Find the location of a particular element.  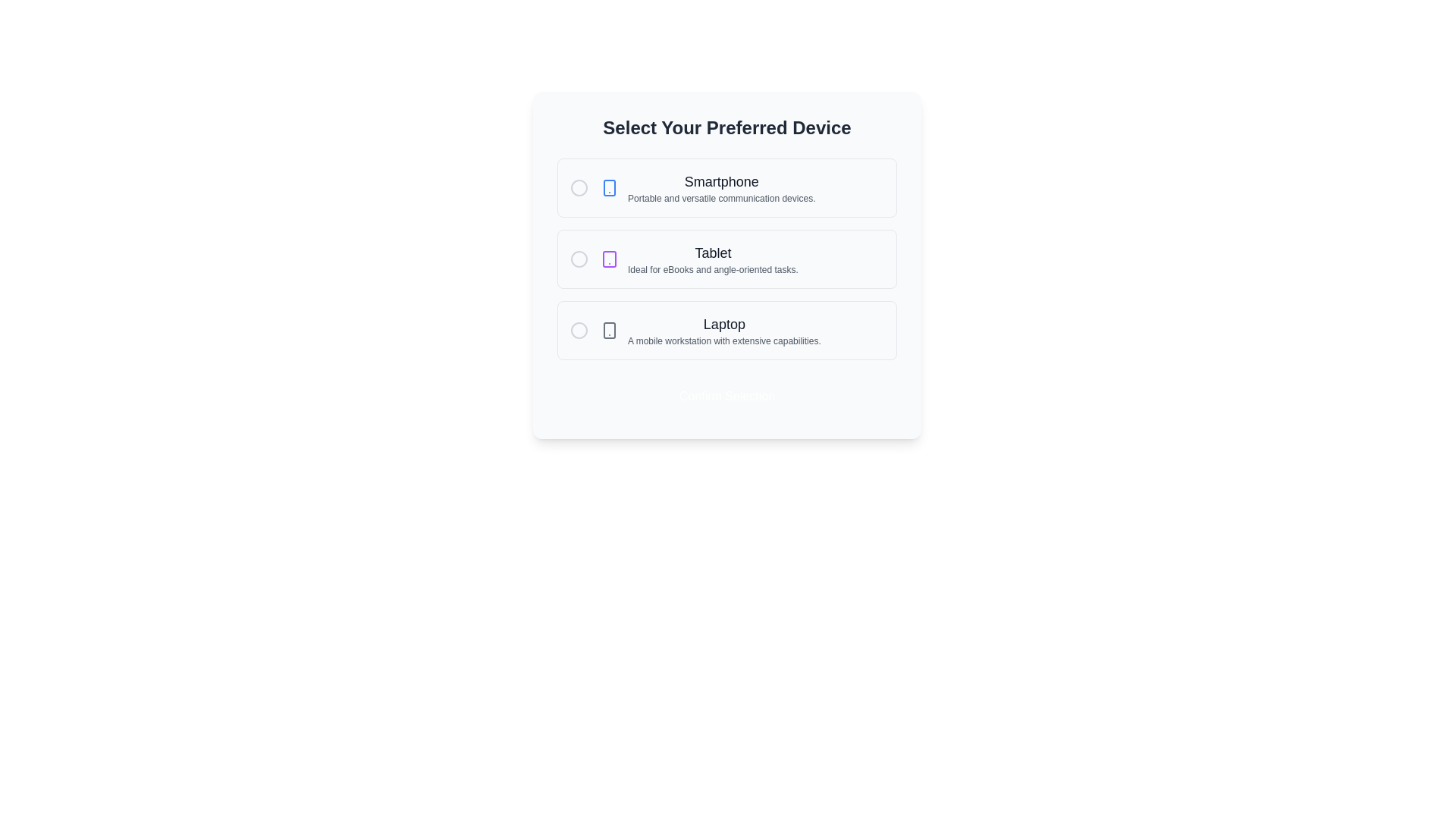

the smartphone icon, which is a modern designed icon with a blue outline and a home button, located to the left of the 'Smartphone' text in the first row of the list is located at coordinates (610, 187).